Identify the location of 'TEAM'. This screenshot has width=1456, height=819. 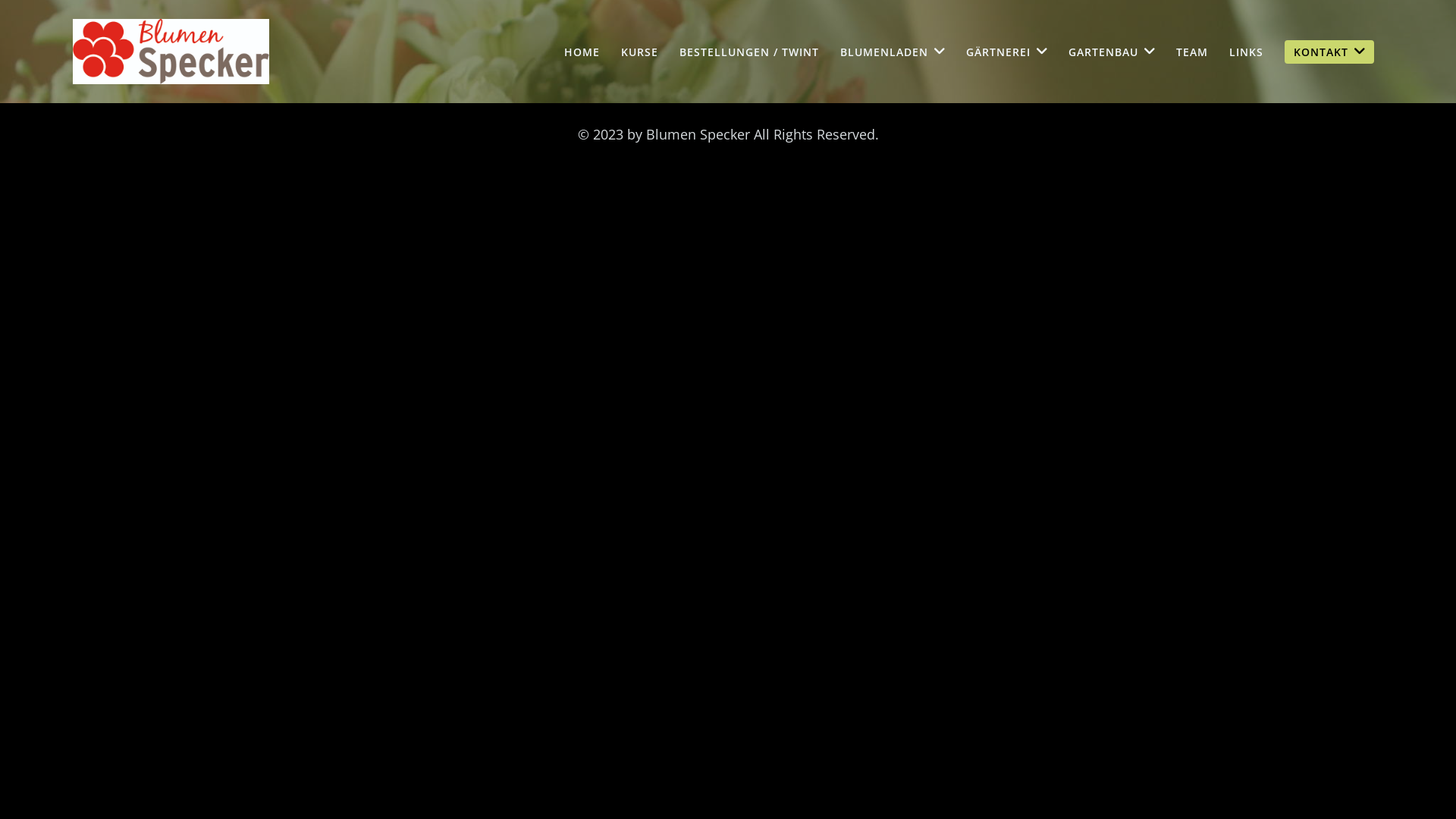
(1191, 52).